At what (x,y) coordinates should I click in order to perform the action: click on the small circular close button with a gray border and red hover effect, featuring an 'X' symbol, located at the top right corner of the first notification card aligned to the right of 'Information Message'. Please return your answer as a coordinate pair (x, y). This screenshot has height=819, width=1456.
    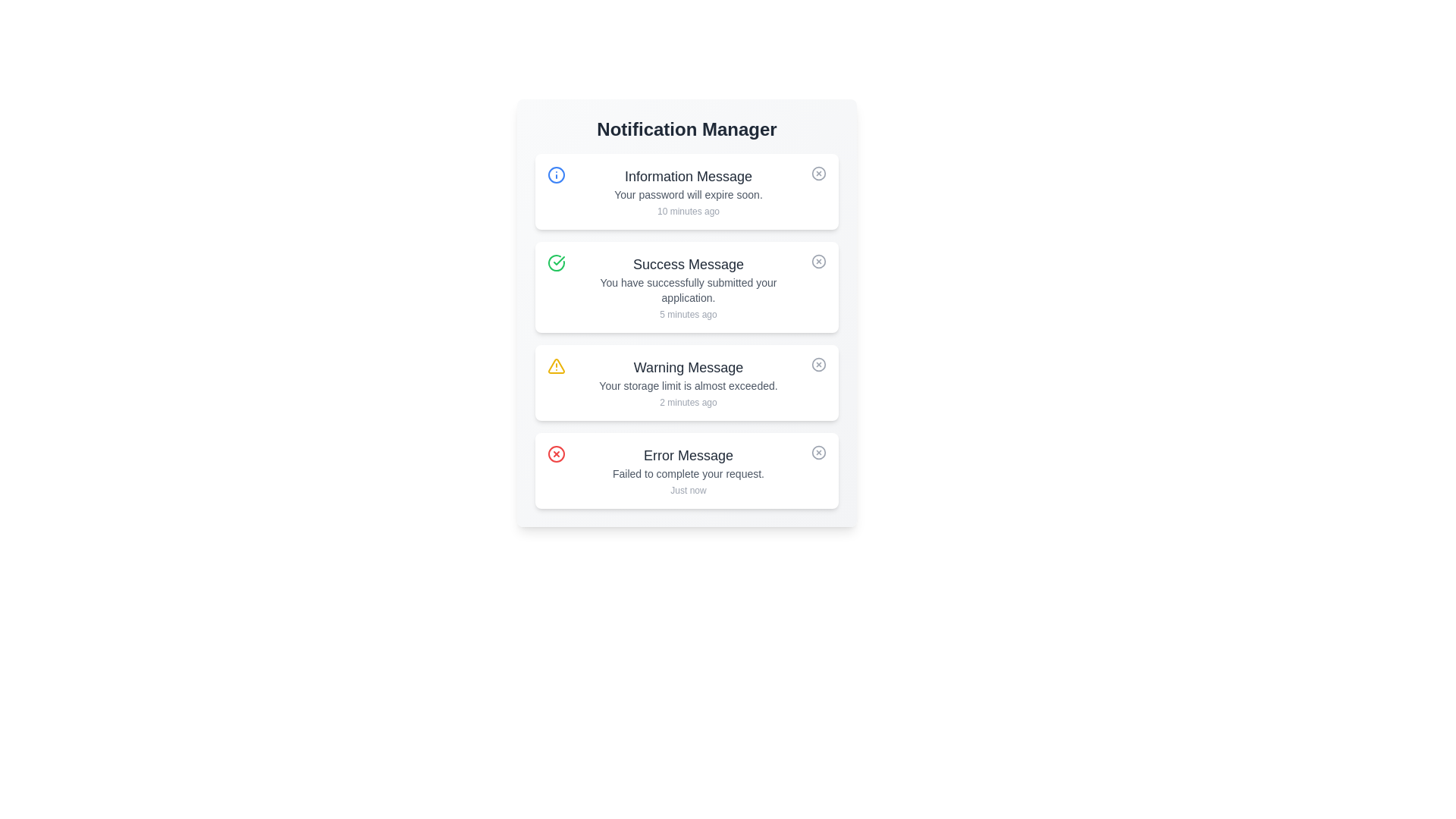
    Looking at the image, I should click on (818, 172).